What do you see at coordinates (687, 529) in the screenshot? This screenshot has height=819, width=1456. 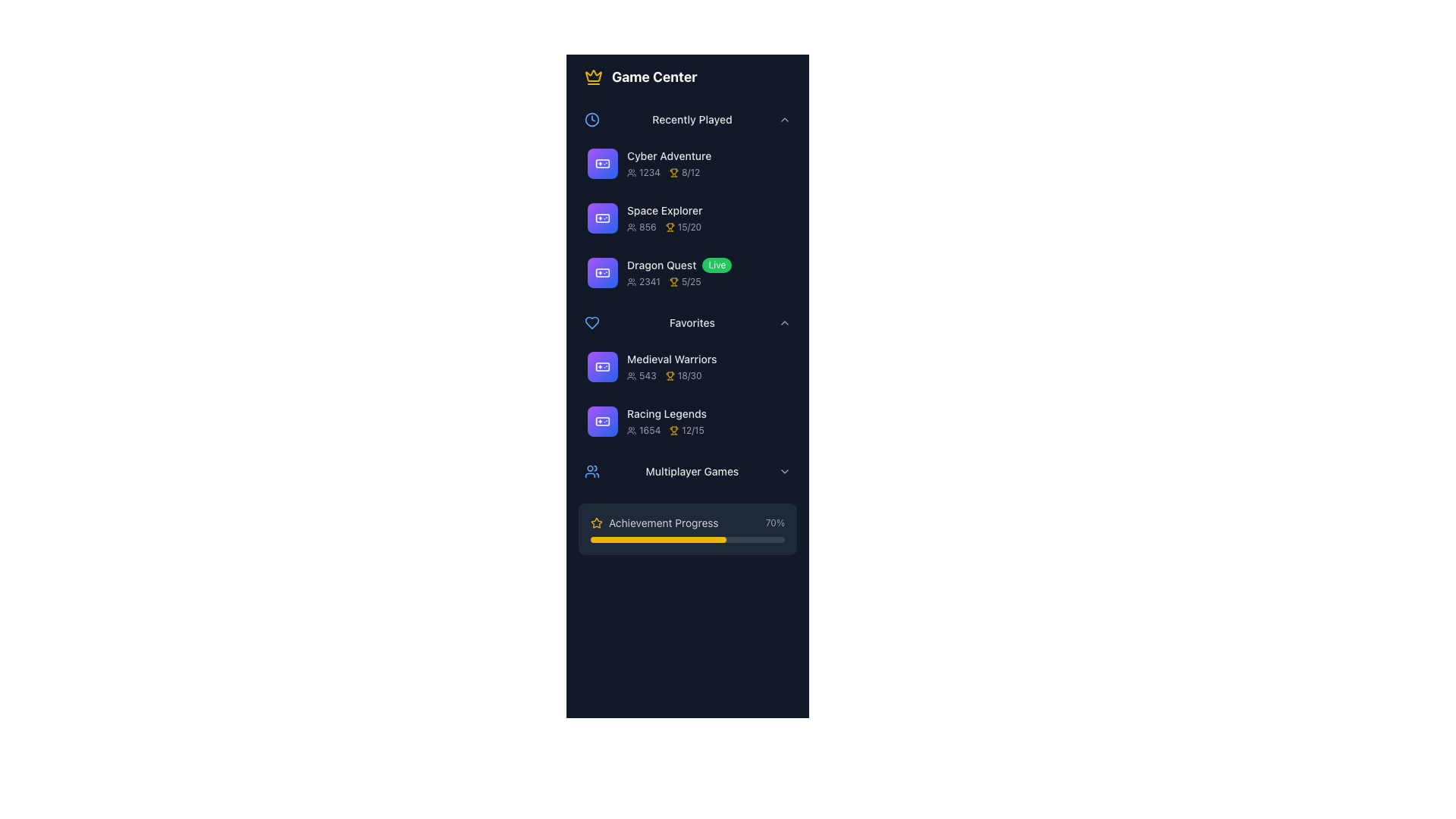 I see `details of the progress bar indicating 'Achievement Progress' with 70% filled, located below 'Multiplayer Games'` at bounding box center [687, 529].